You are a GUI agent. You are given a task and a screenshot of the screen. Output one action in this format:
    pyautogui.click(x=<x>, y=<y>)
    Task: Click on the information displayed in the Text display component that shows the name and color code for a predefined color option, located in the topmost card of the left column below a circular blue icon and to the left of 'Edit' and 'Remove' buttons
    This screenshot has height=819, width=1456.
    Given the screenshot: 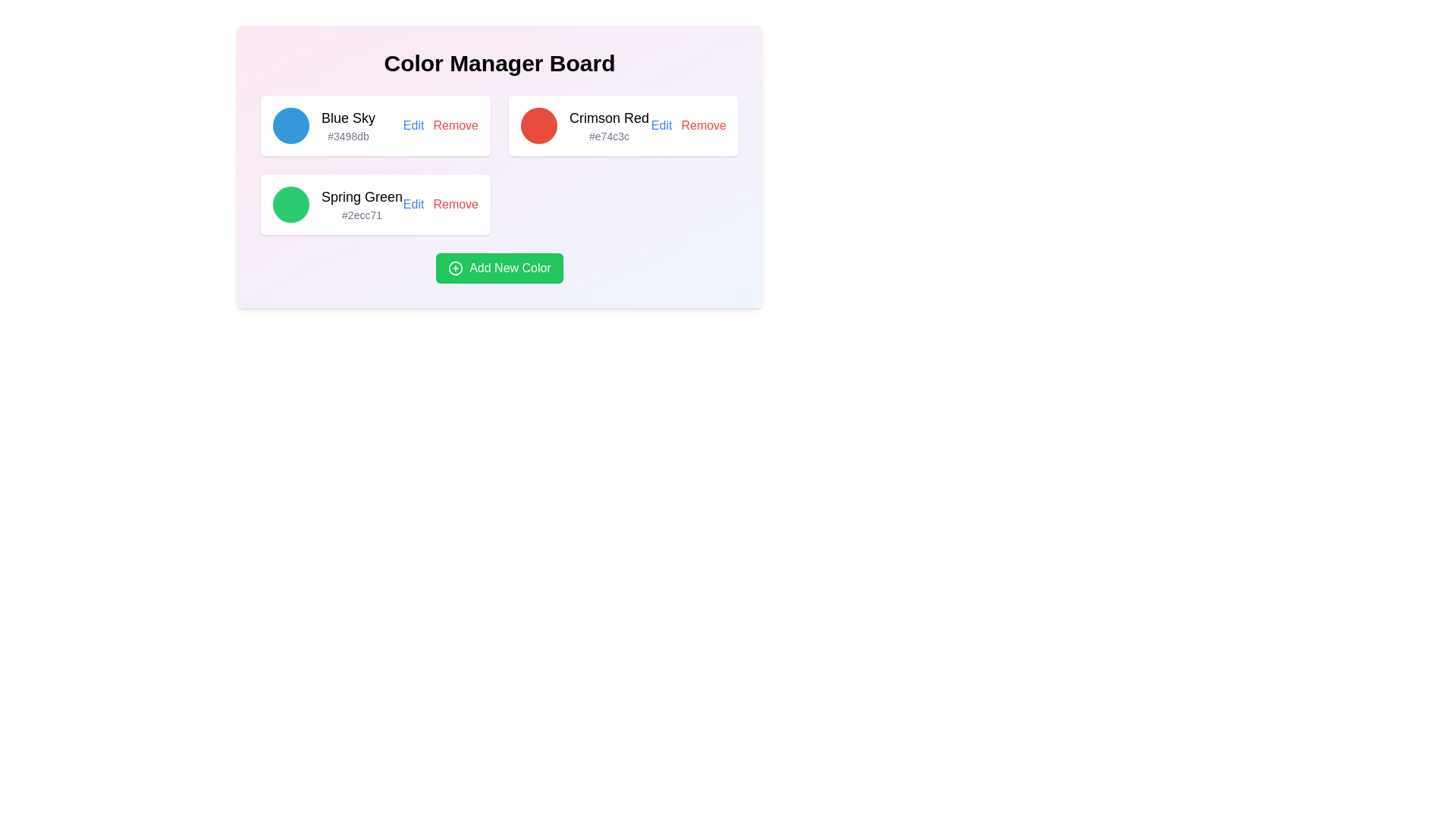 What is the action you would take?
    pyautogui.click(x=347, y=124)
    